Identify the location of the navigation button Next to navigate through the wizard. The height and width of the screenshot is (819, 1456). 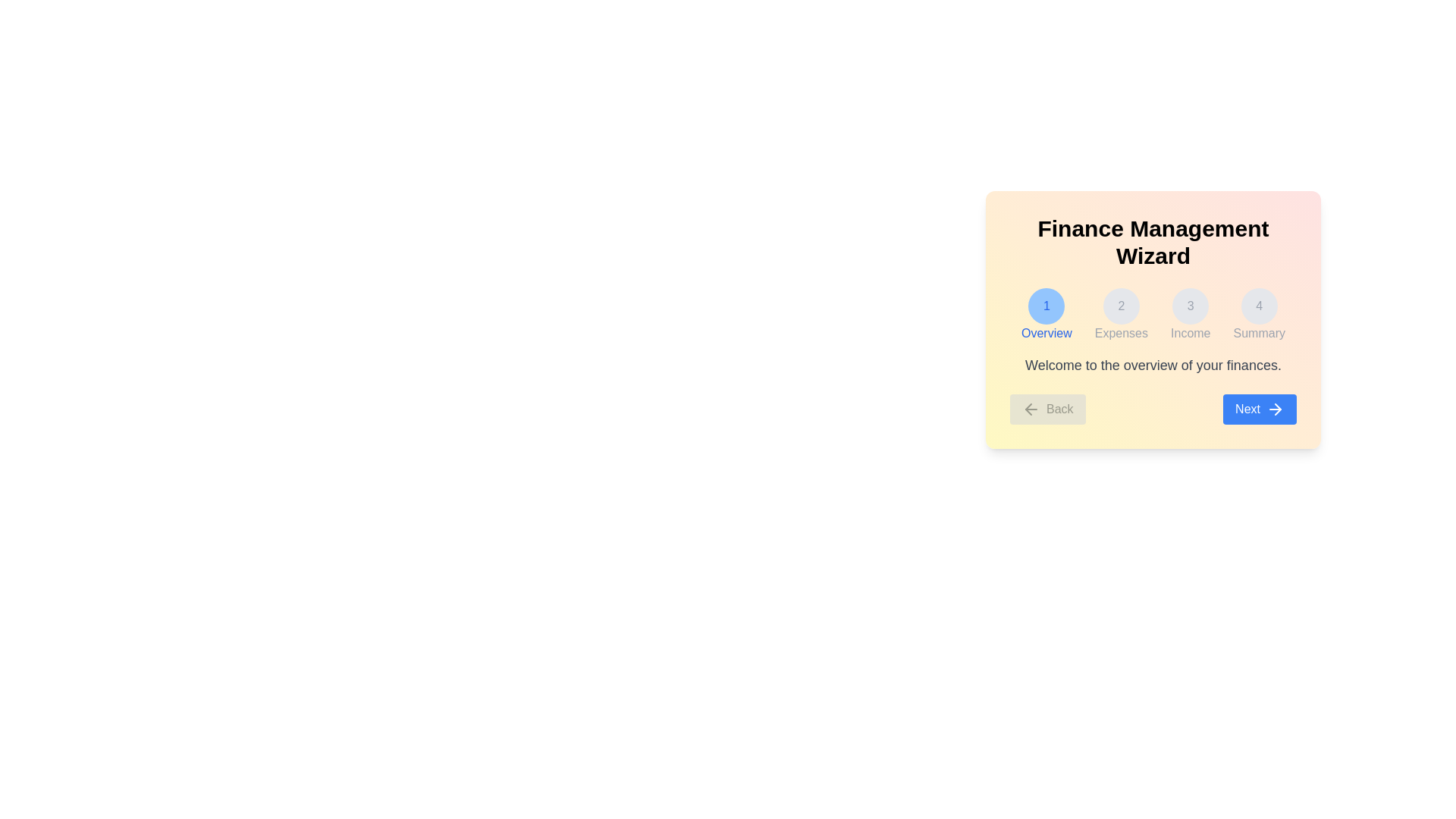
(1260, 409).